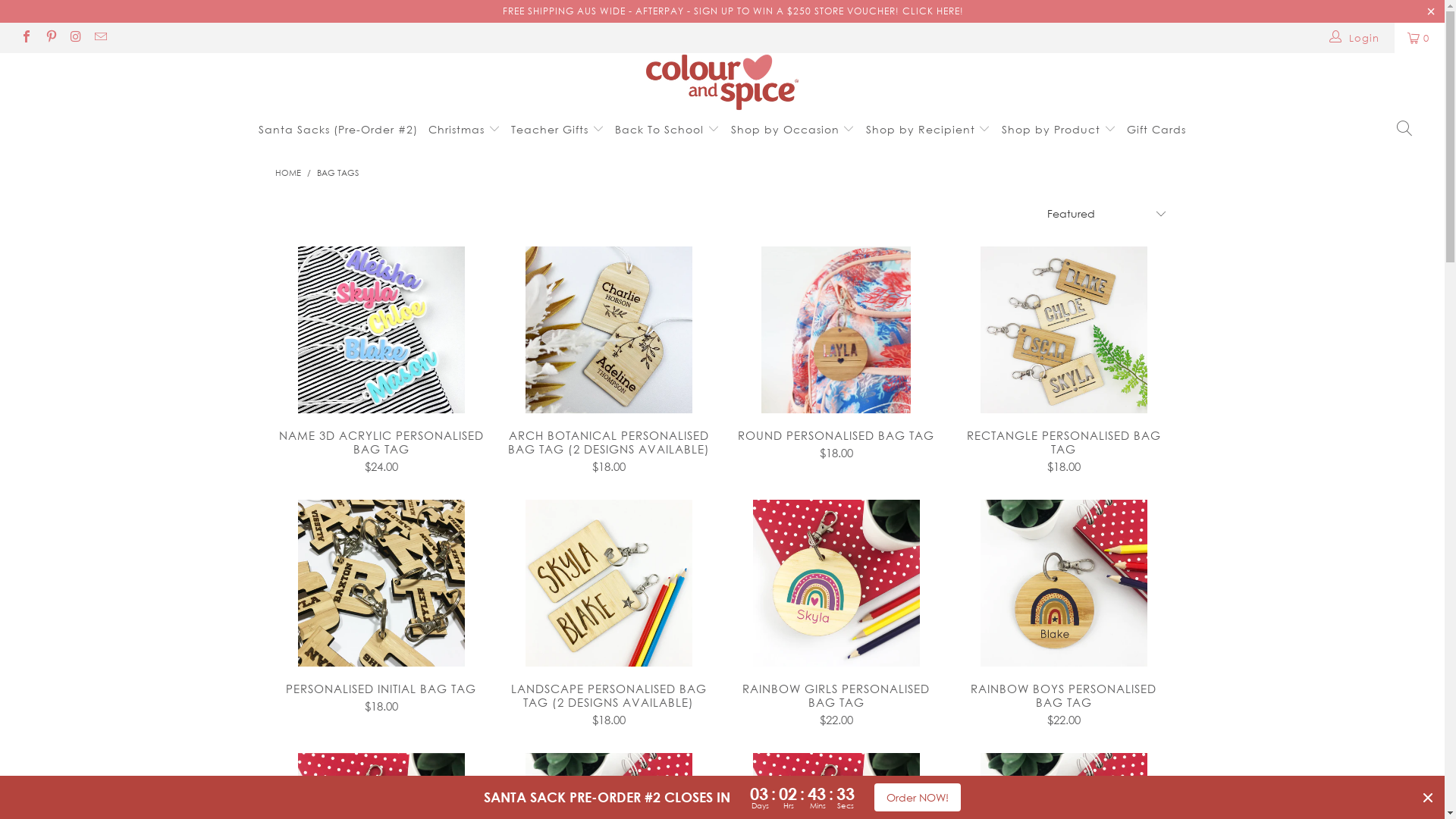 The width and height of the screenshot is (1456, 819). I want to click on 'HOME', so click(287, 171).